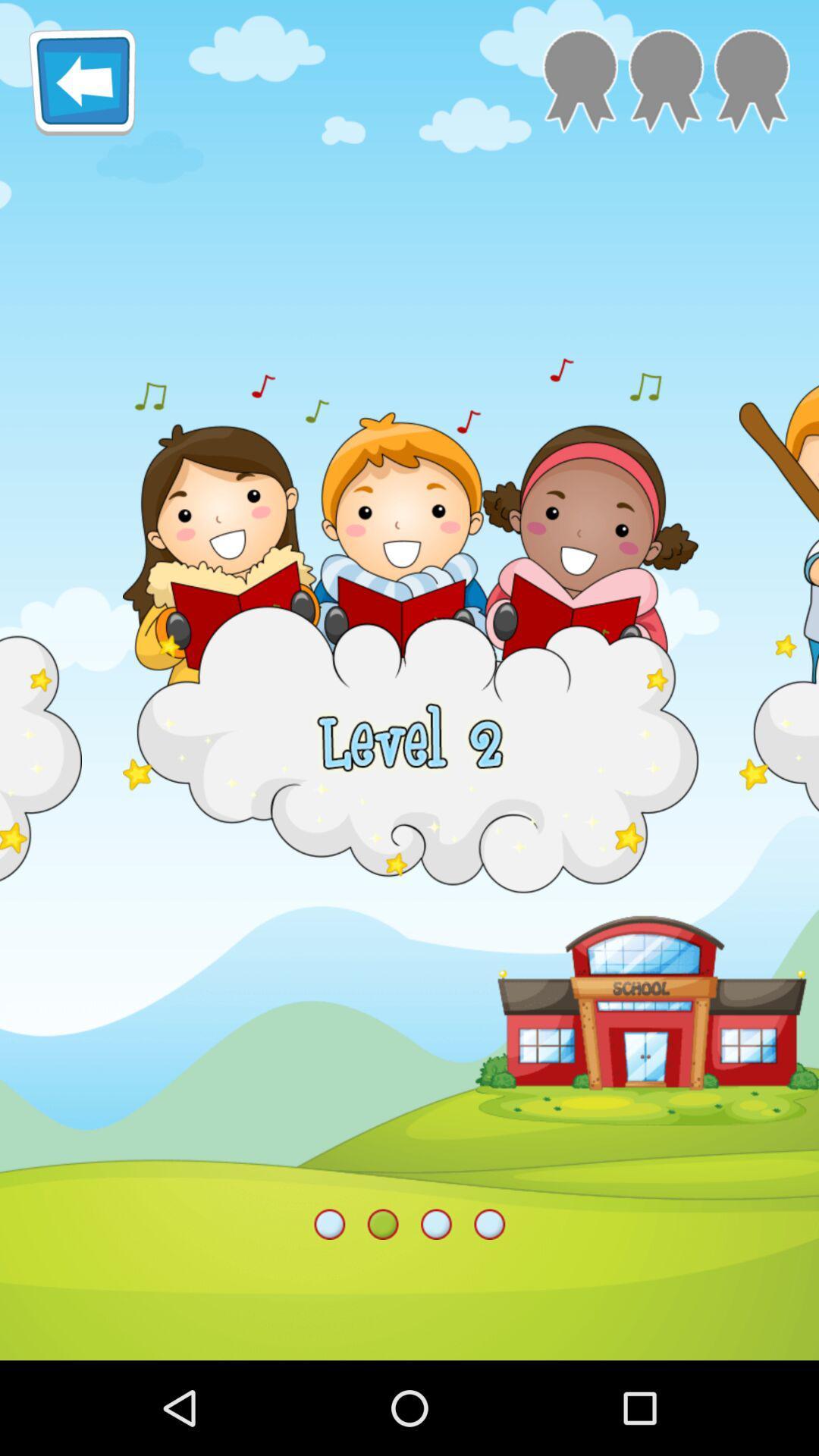  I want to click on move to the 2nd level, so click(665, 80).